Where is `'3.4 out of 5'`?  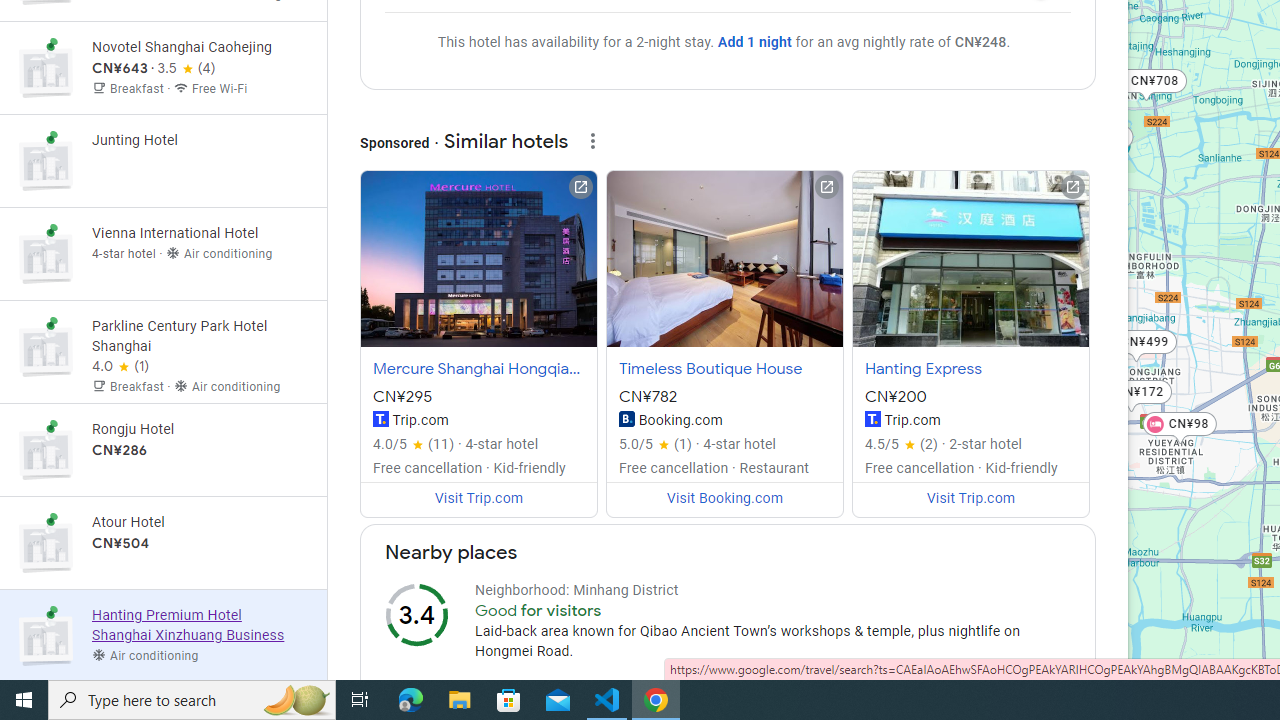 '3.4 out of 5' is located at coordinates (415, 613).